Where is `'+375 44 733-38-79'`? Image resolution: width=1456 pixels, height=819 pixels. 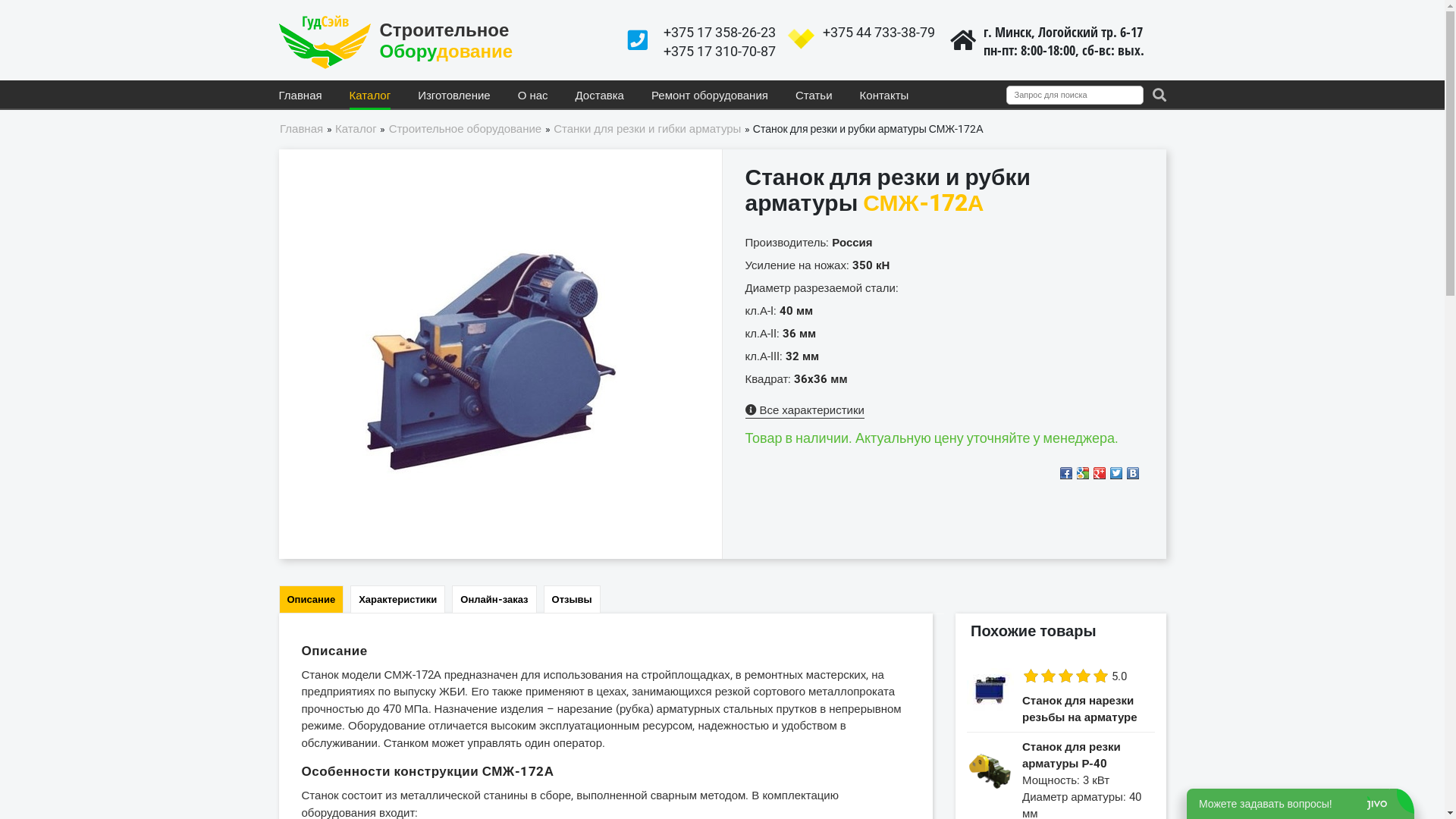
'+375 44 733-38-79' is located at coordinates (877, 32).